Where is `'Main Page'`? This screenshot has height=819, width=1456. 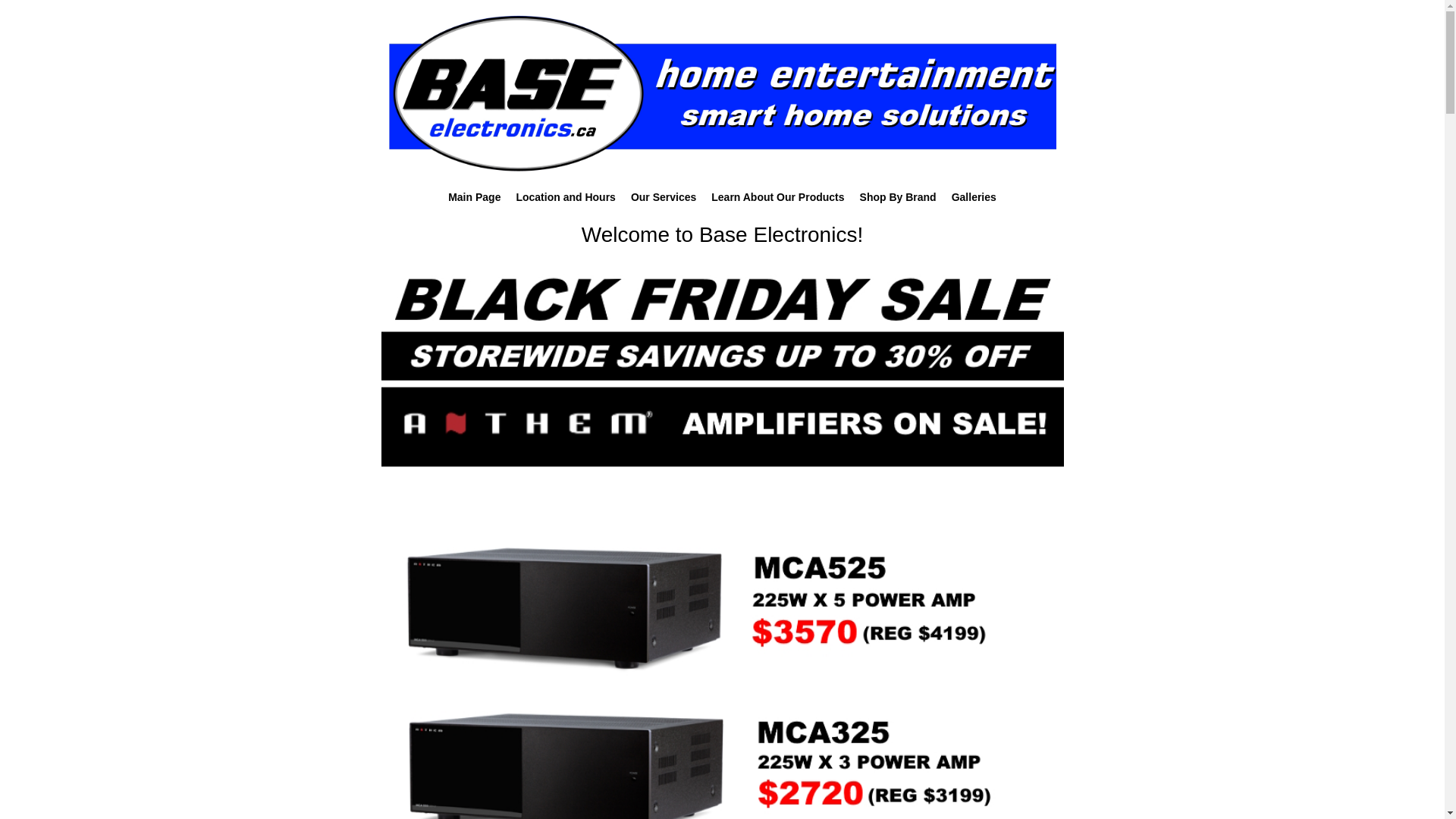
'Main Page' is located at coordinates (473, 197).